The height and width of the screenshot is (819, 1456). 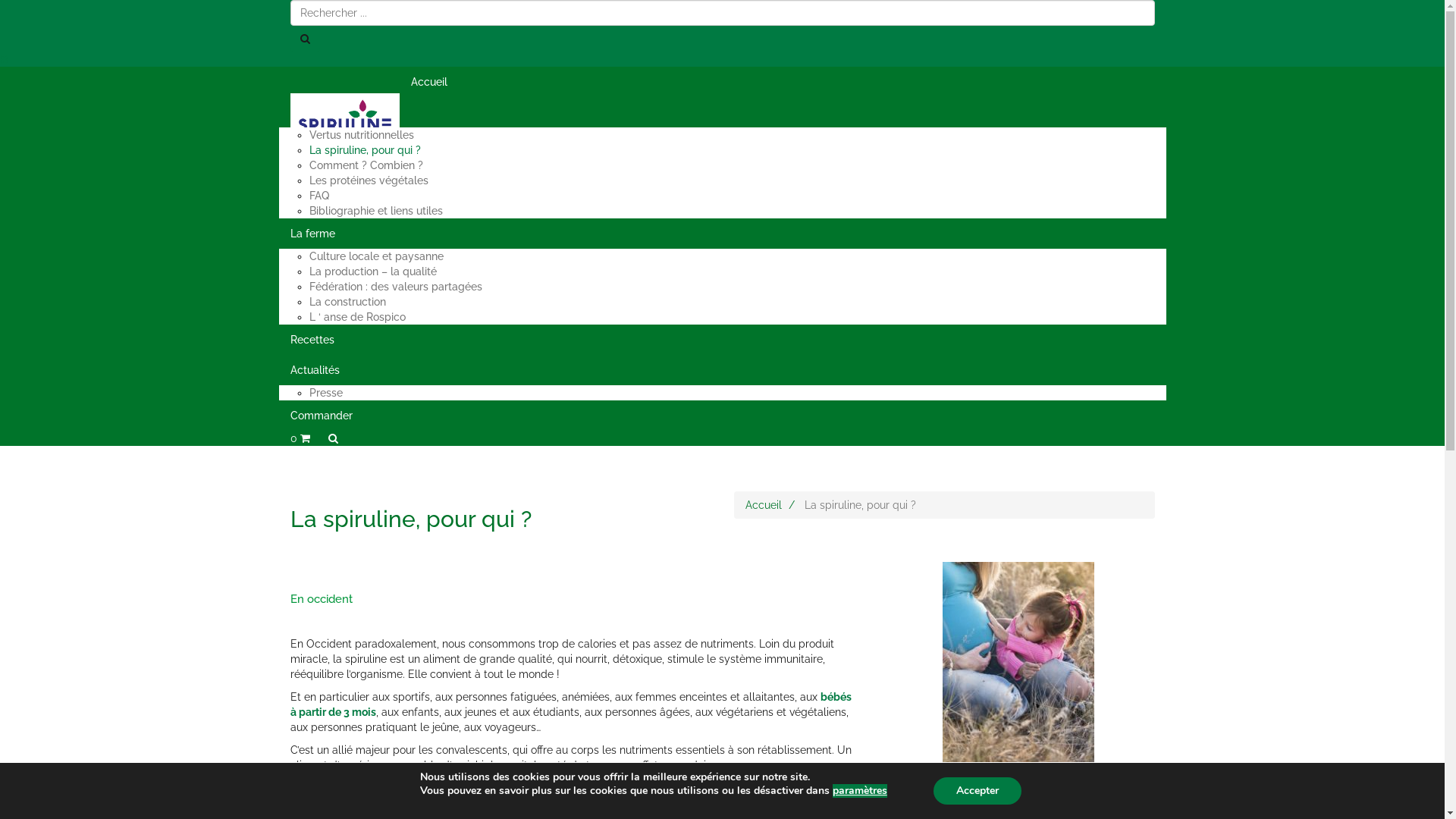 What do you see at coordinates (932, 789) in the screenshot?
I see `'Accepter'` at bounding box center [932, 789].